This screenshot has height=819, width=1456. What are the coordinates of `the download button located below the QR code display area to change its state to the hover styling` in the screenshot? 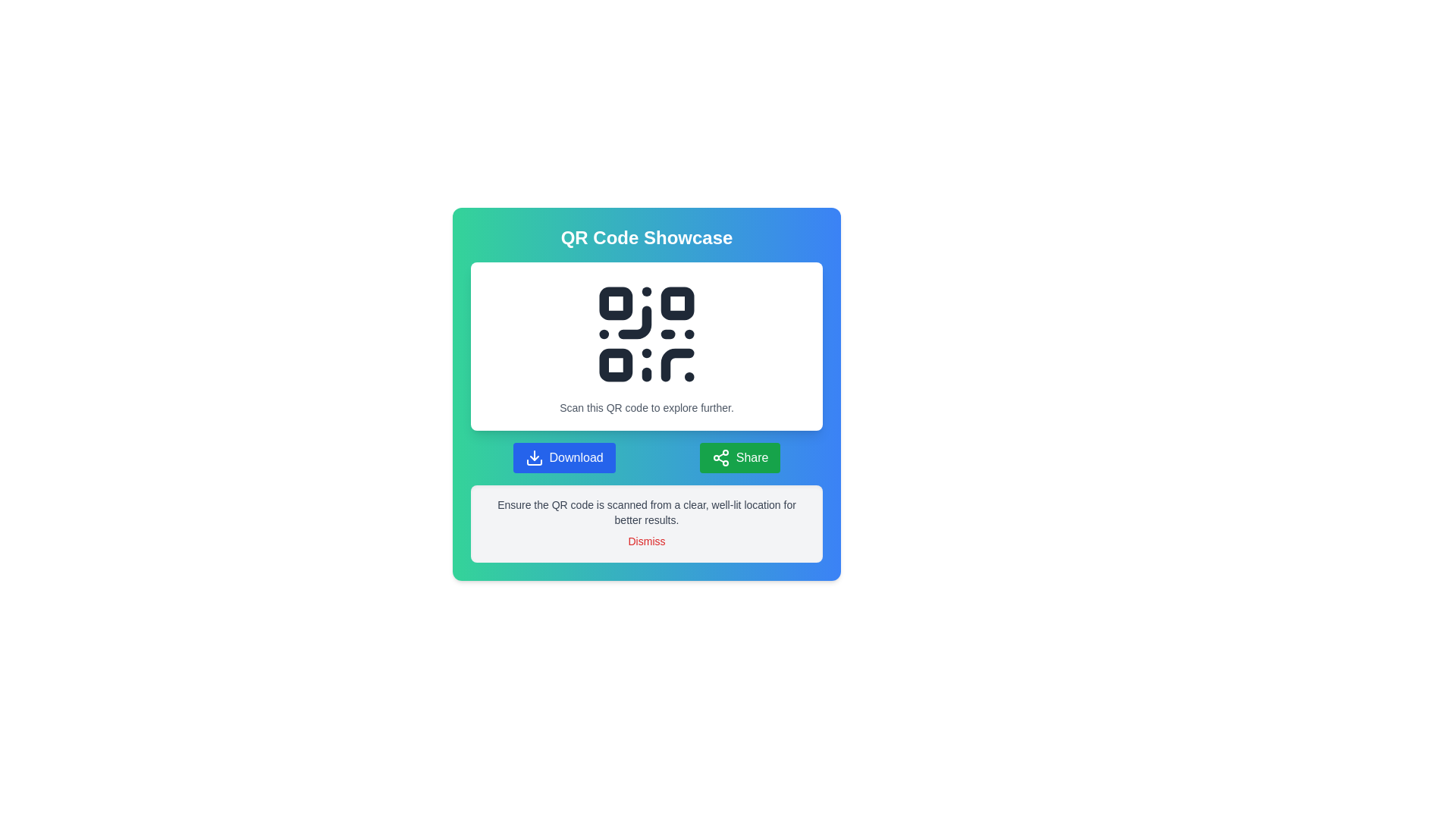 It's located at (563, 457).